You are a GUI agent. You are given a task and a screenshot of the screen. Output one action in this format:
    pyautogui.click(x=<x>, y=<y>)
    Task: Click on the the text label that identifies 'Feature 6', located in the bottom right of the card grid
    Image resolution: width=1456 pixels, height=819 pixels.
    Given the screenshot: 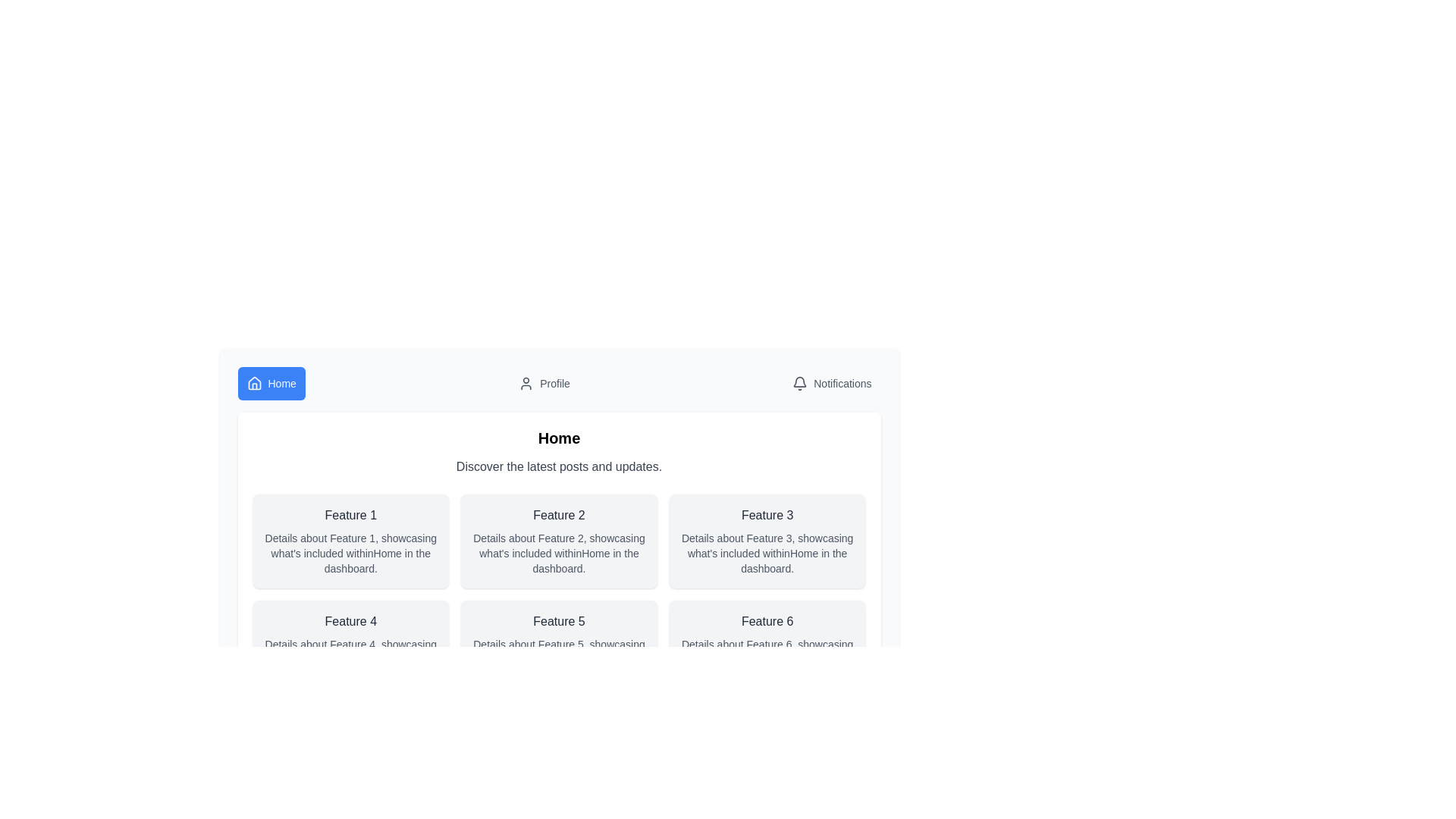 What is the action you would take?
    pyautogui.click(x=767, y=622)
    